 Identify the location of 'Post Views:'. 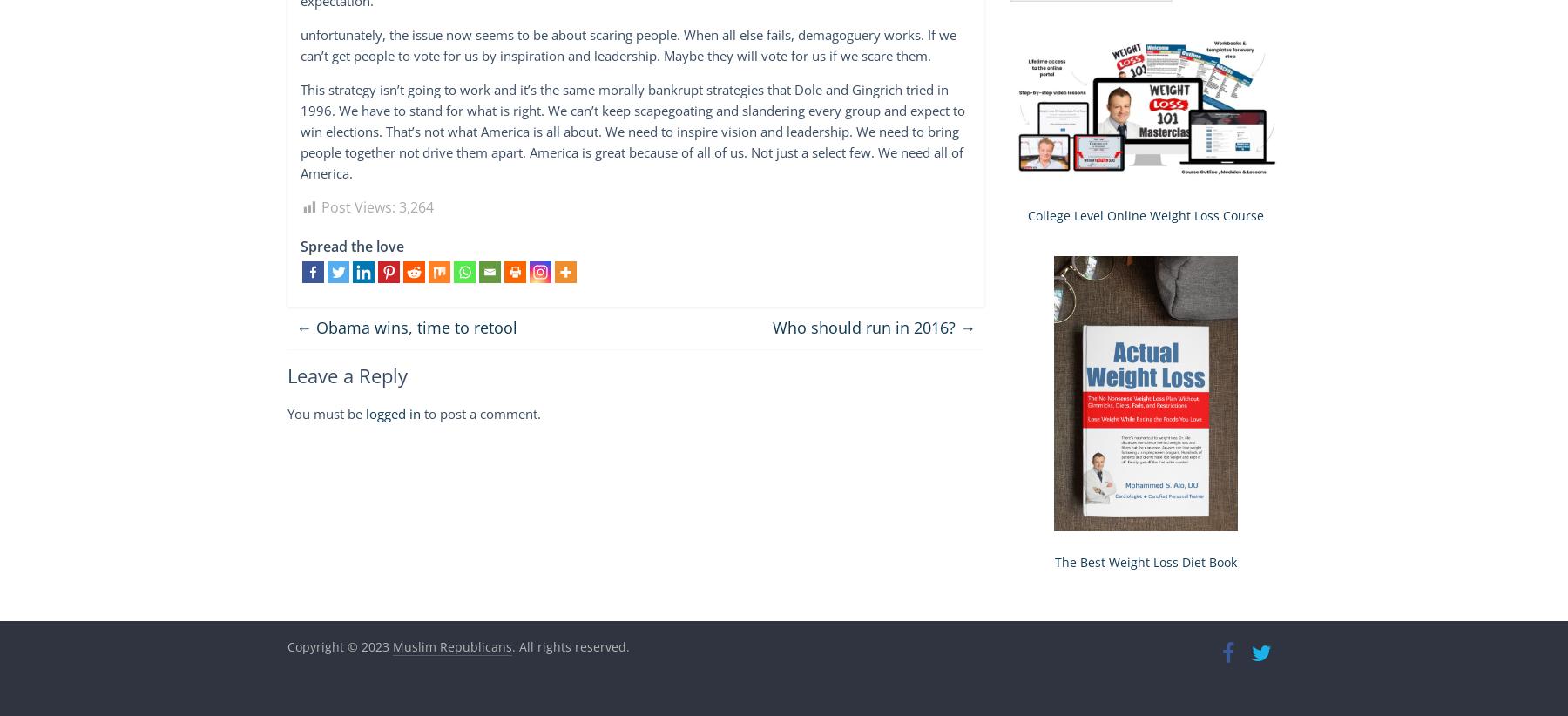
(358, 206).